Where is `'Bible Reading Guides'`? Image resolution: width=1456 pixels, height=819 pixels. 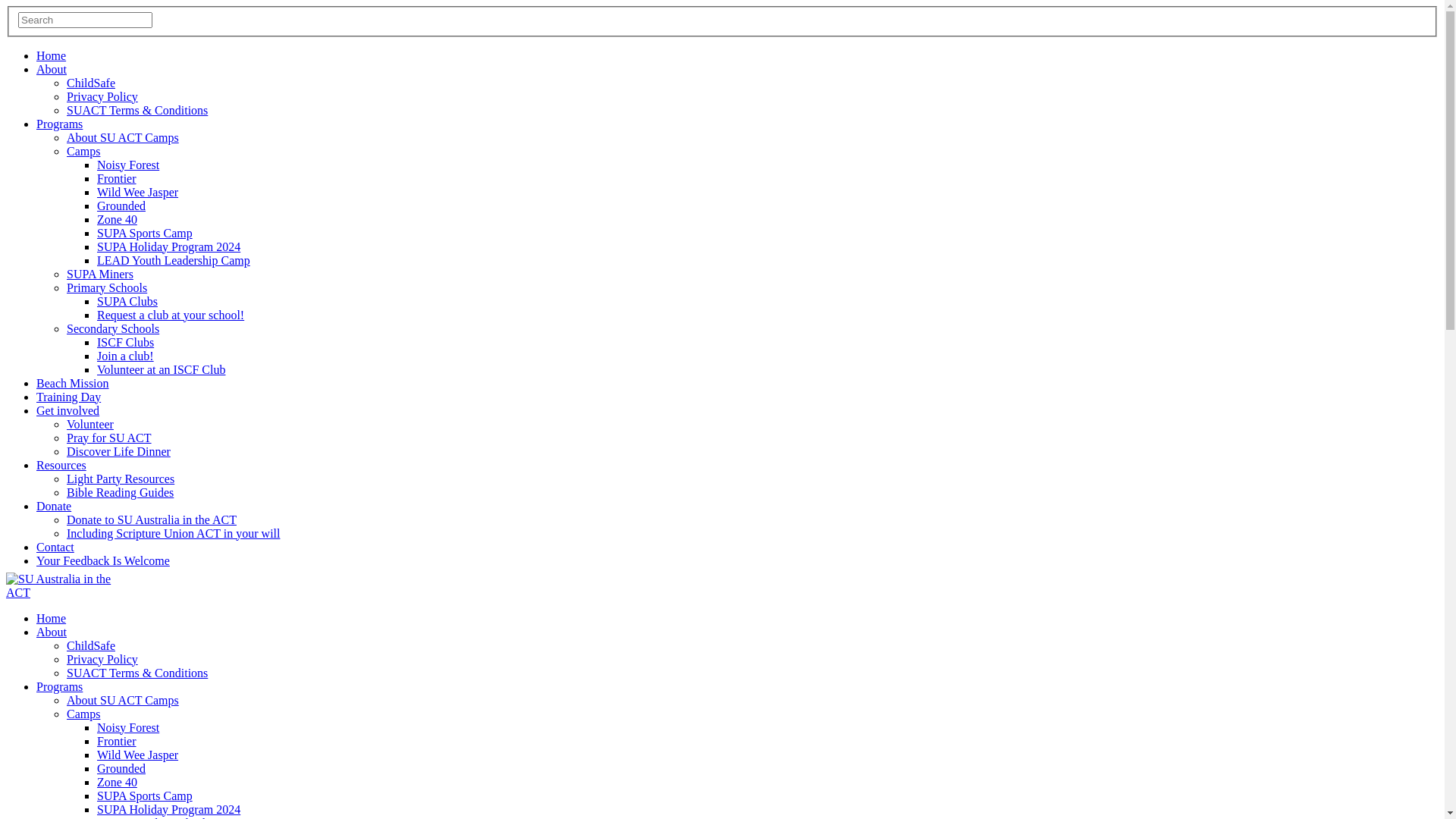
'Bible Reading Guides' is located at coordinates (119, 492).